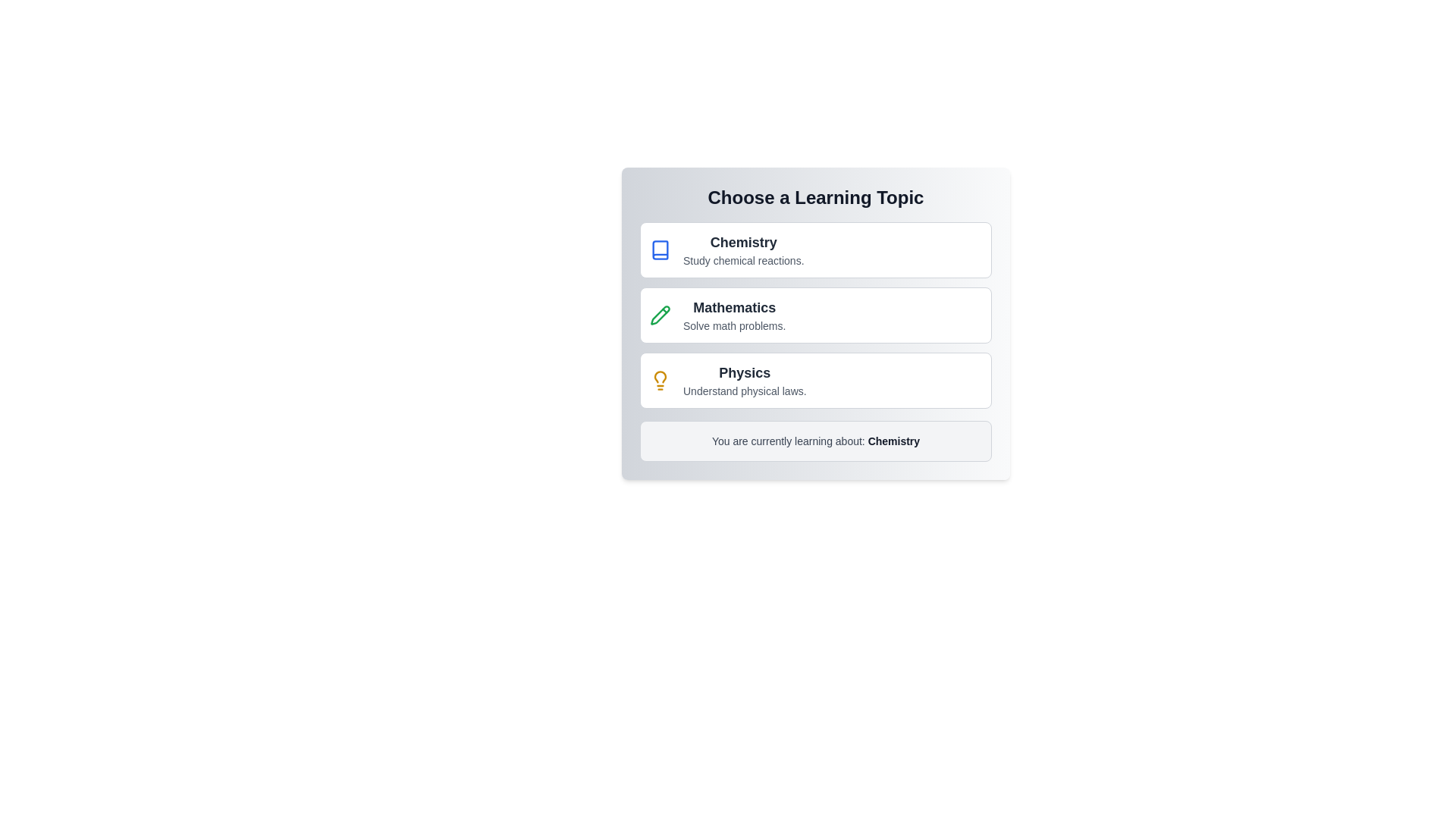 This screenshot has height=819, width=1456. What do you see at coordinates (660, 249) in the screenshot?
I see `the small blue book icon located to the left of the 'Chemistry' option in the learning topic selection area` at bounding box center [660, 249].